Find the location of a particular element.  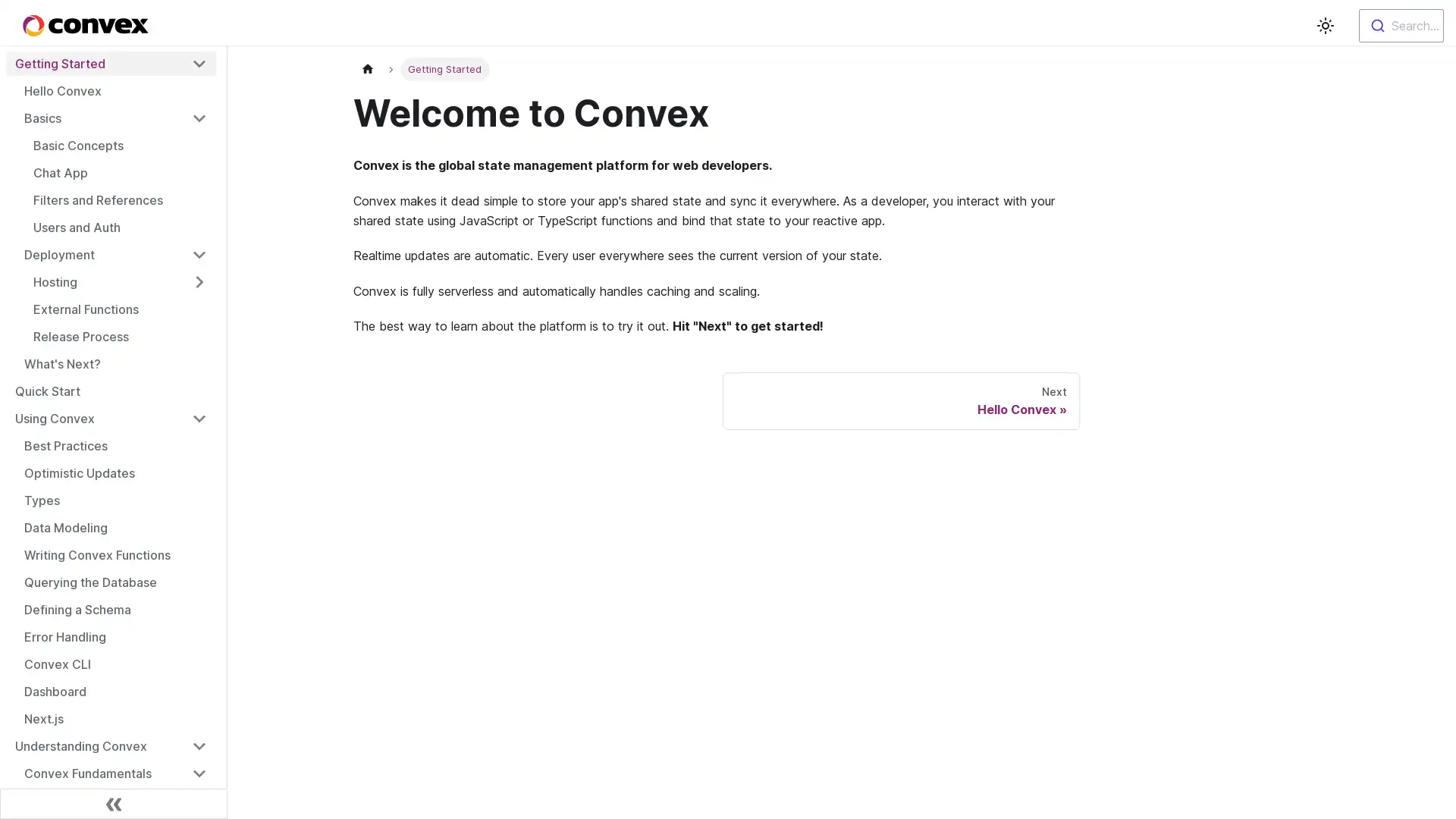

Toggle the collapsible sidebar category 'Using Convex' is located at coordinates (199, 418).